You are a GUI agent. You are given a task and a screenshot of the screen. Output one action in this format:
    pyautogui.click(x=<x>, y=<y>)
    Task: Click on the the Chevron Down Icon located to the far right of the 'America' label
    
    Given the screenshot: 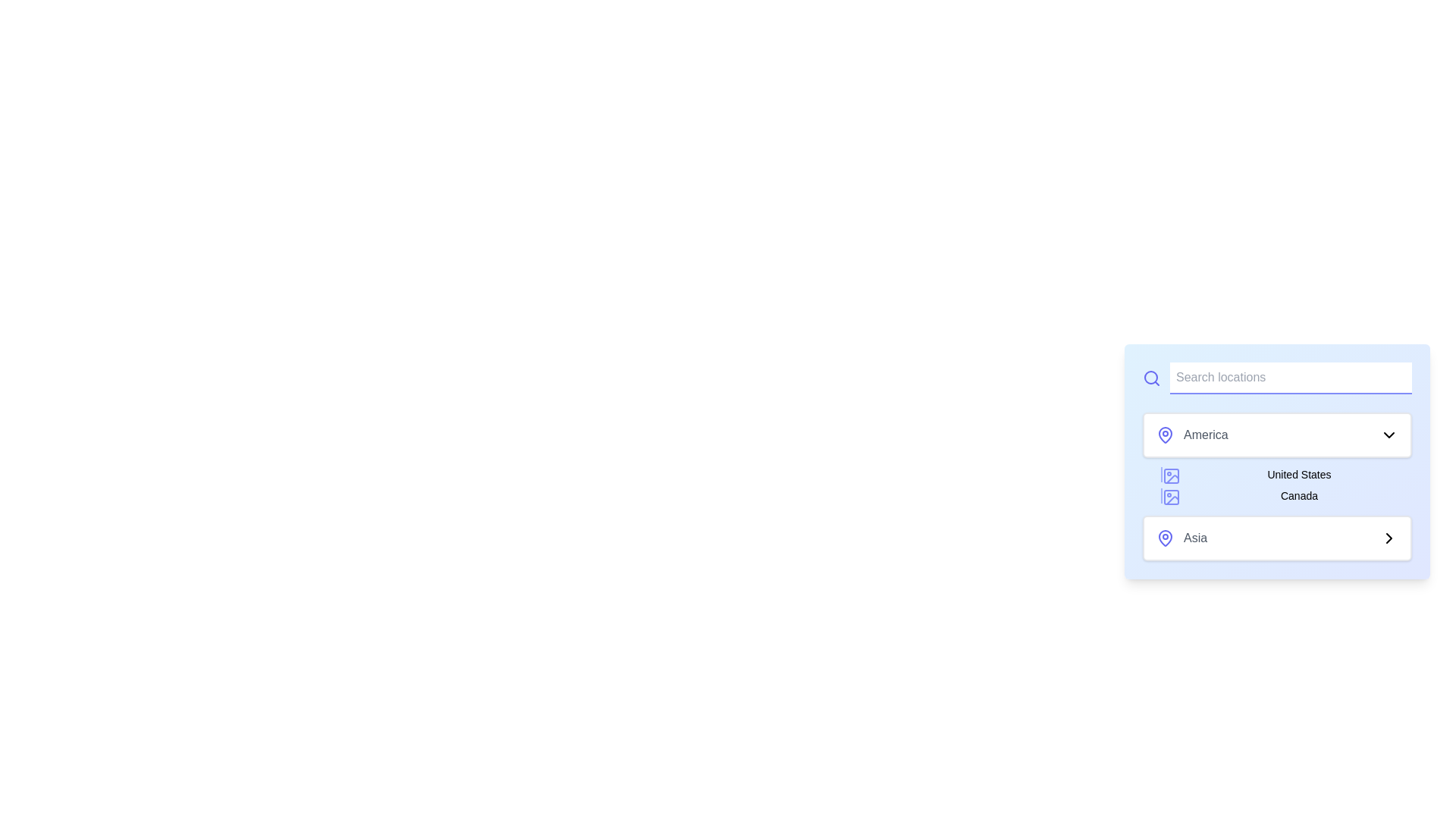 What is the action you would take?
    pyautogui.click(x=1389, y=435)
    